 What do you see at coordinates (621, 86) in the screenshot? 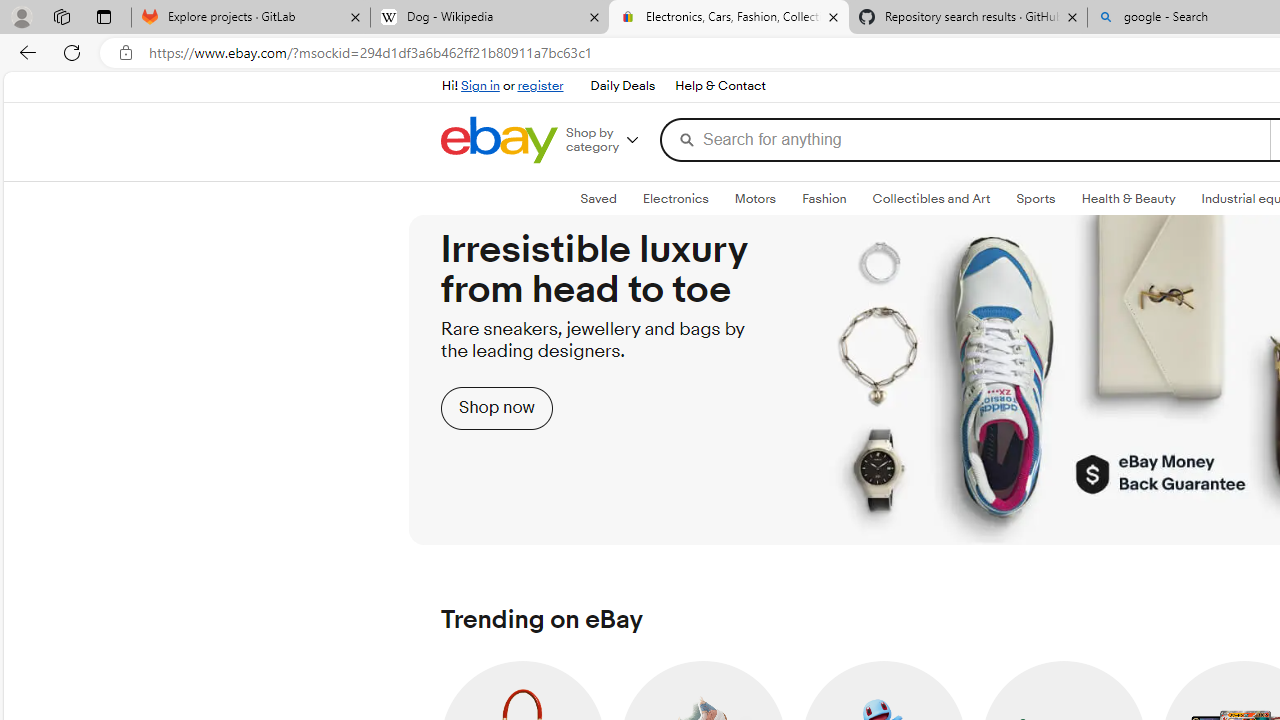
I see `'Daily Deals'` at bounding box center [621, 86].